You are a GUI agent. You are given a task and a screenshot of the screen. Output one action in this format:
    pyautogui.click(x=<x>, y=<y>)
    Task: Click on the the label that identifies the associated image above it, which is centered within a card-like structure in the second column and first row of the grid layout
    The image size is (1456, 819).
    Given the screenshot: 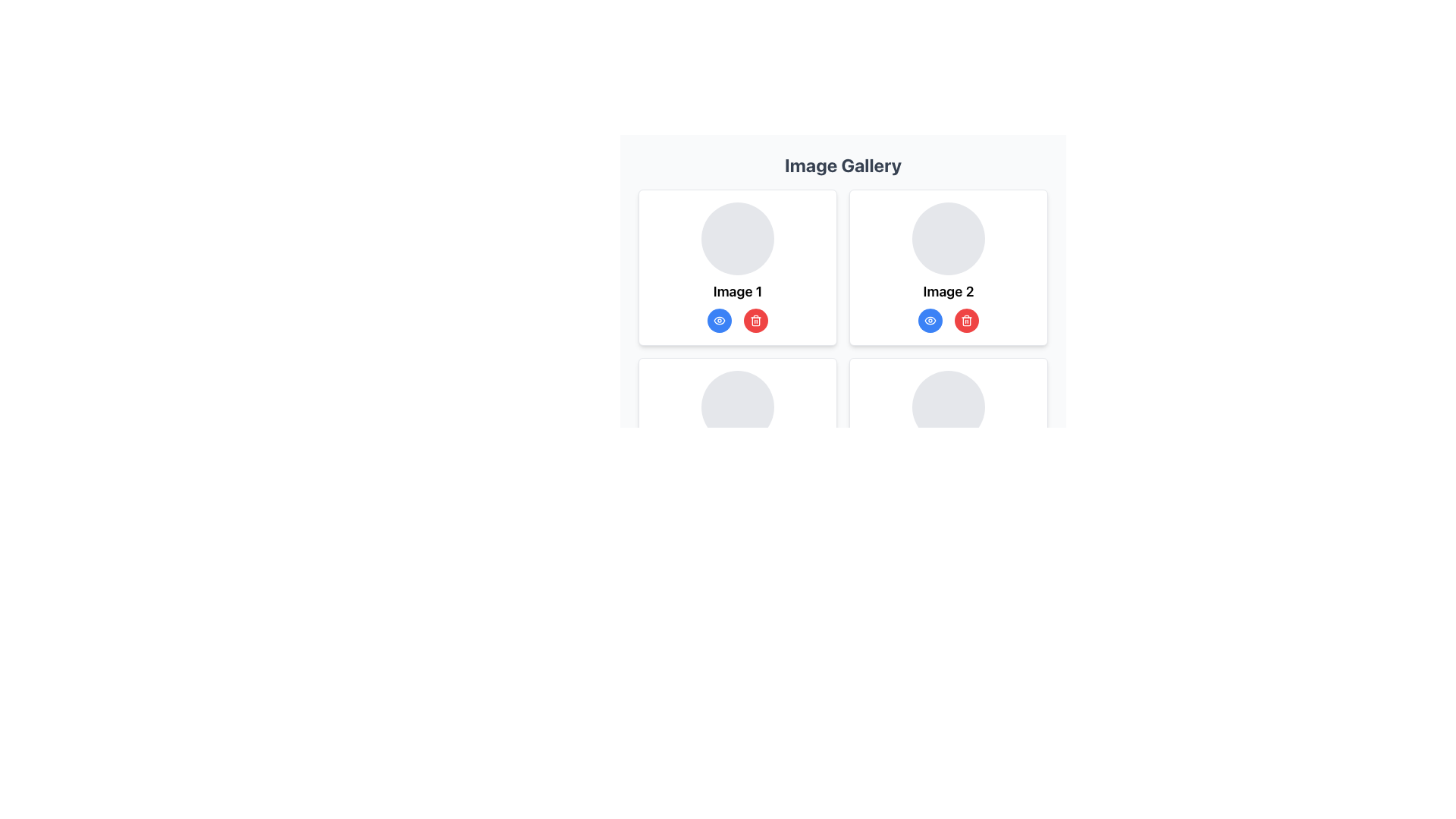 What is the action you would take?
    pyautogui.click(x=948, y=292)
    